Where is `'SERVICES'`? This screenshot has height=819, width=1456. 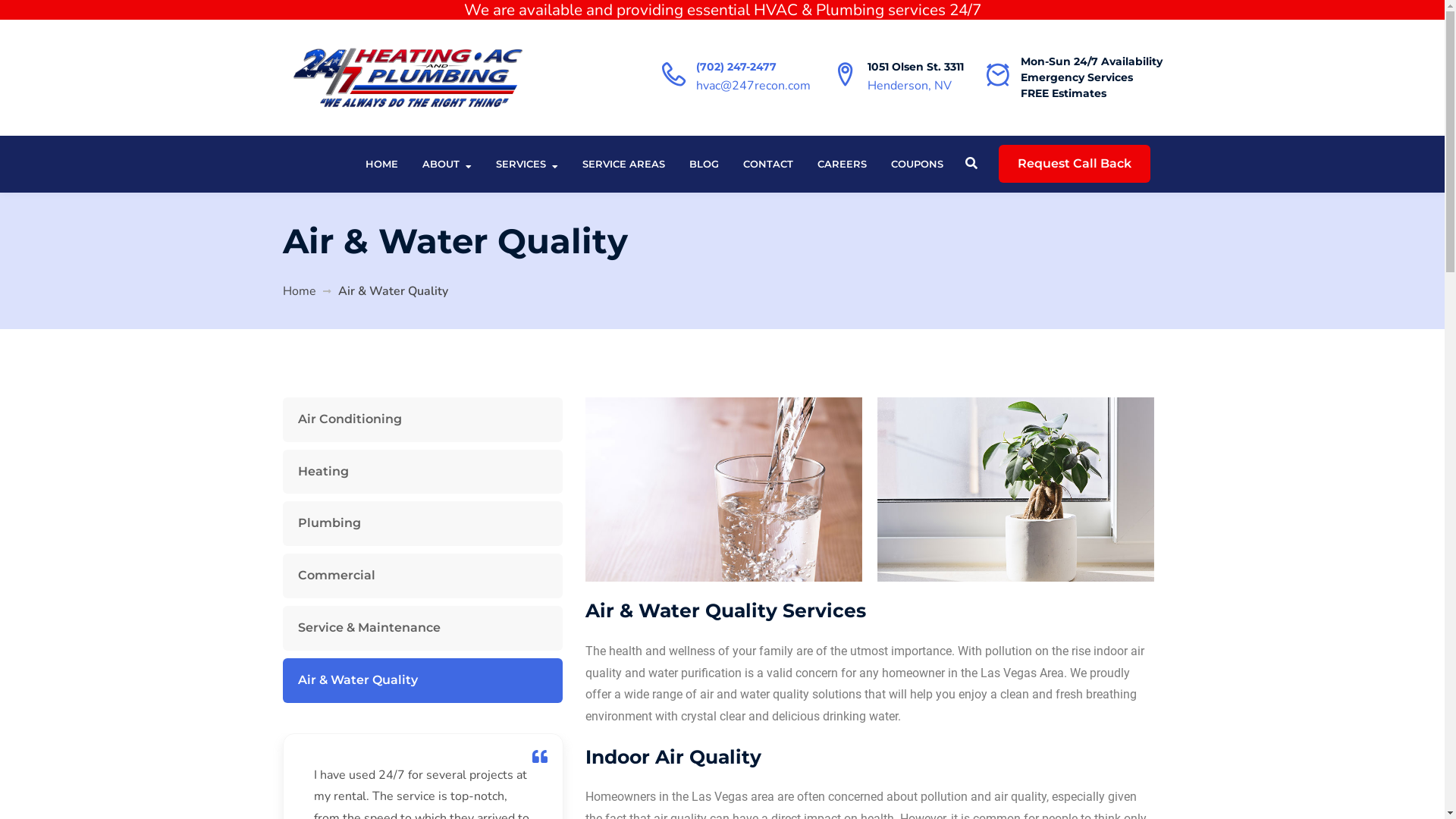
'SERVICES' is located at coordinates (495, 164).